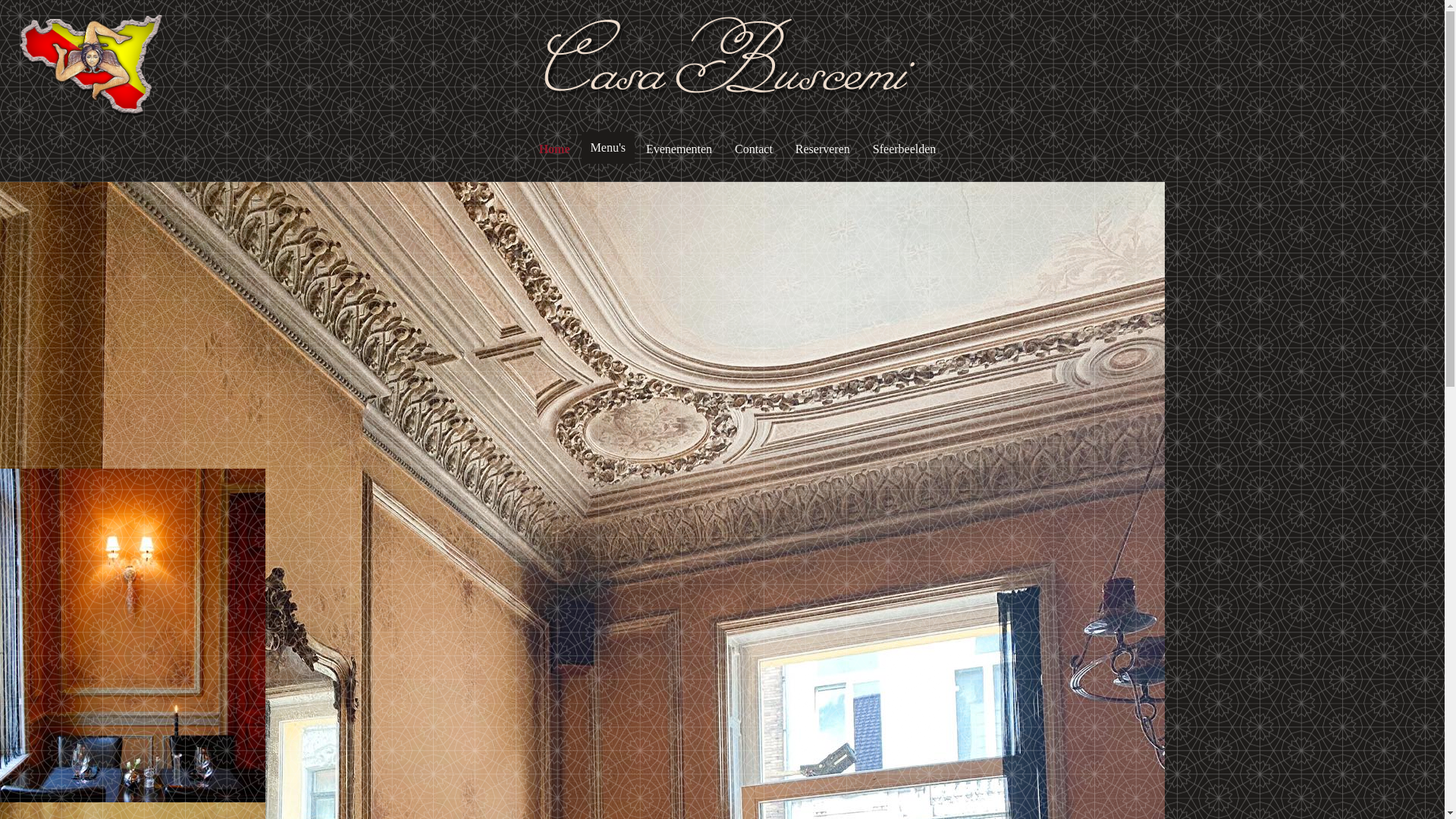  What do you see at coordinates (821, 149) in the screenshot?
I see `'Reserveren'` at bounding box center [821, 149].